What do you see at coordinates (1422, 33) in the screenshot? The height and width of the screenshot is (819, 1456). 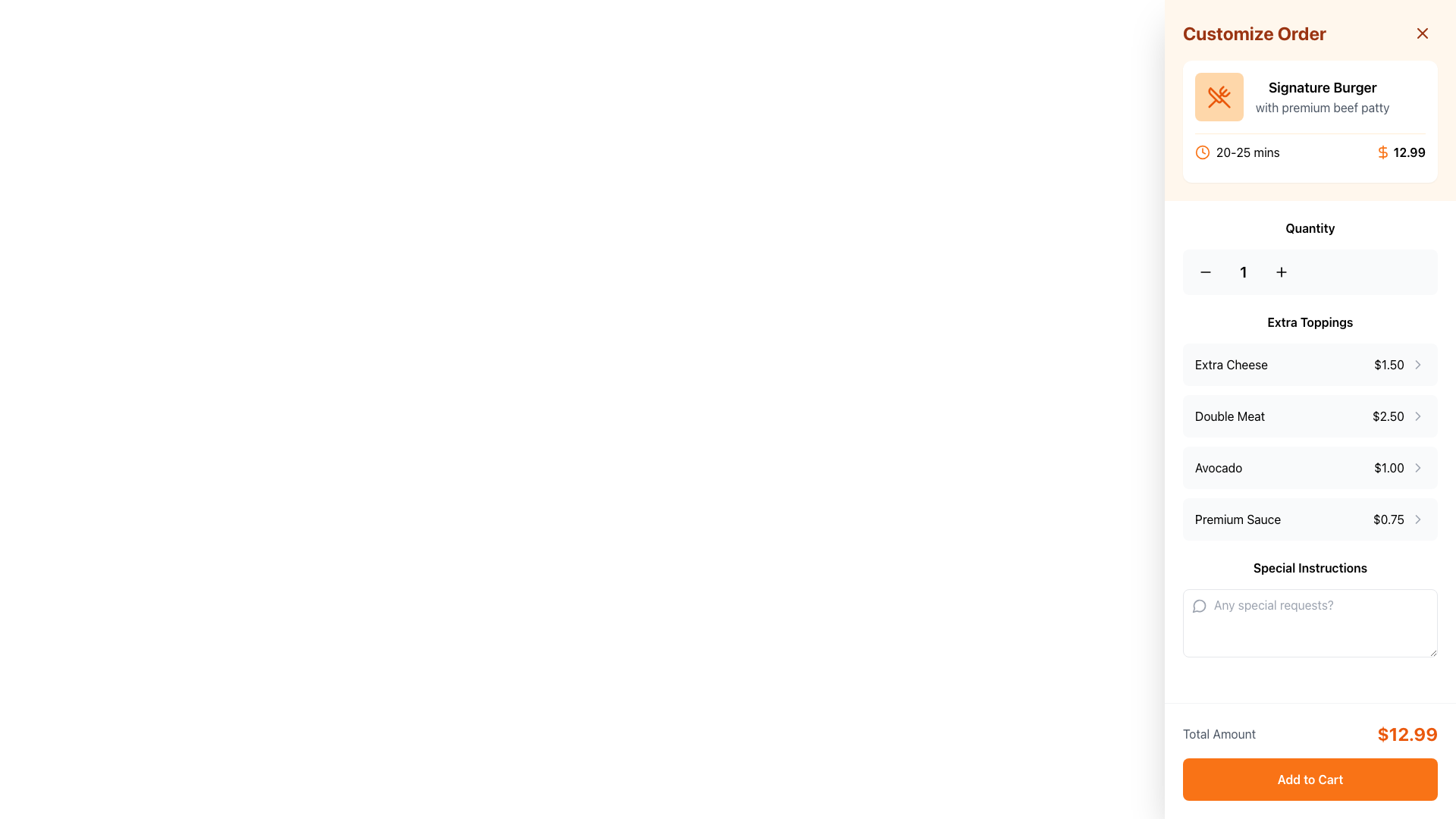 I see `the Close button (SVG icon) in the top-right corner of the 'Customize Order' sidebar panel` at bounding box center [1422, 33].